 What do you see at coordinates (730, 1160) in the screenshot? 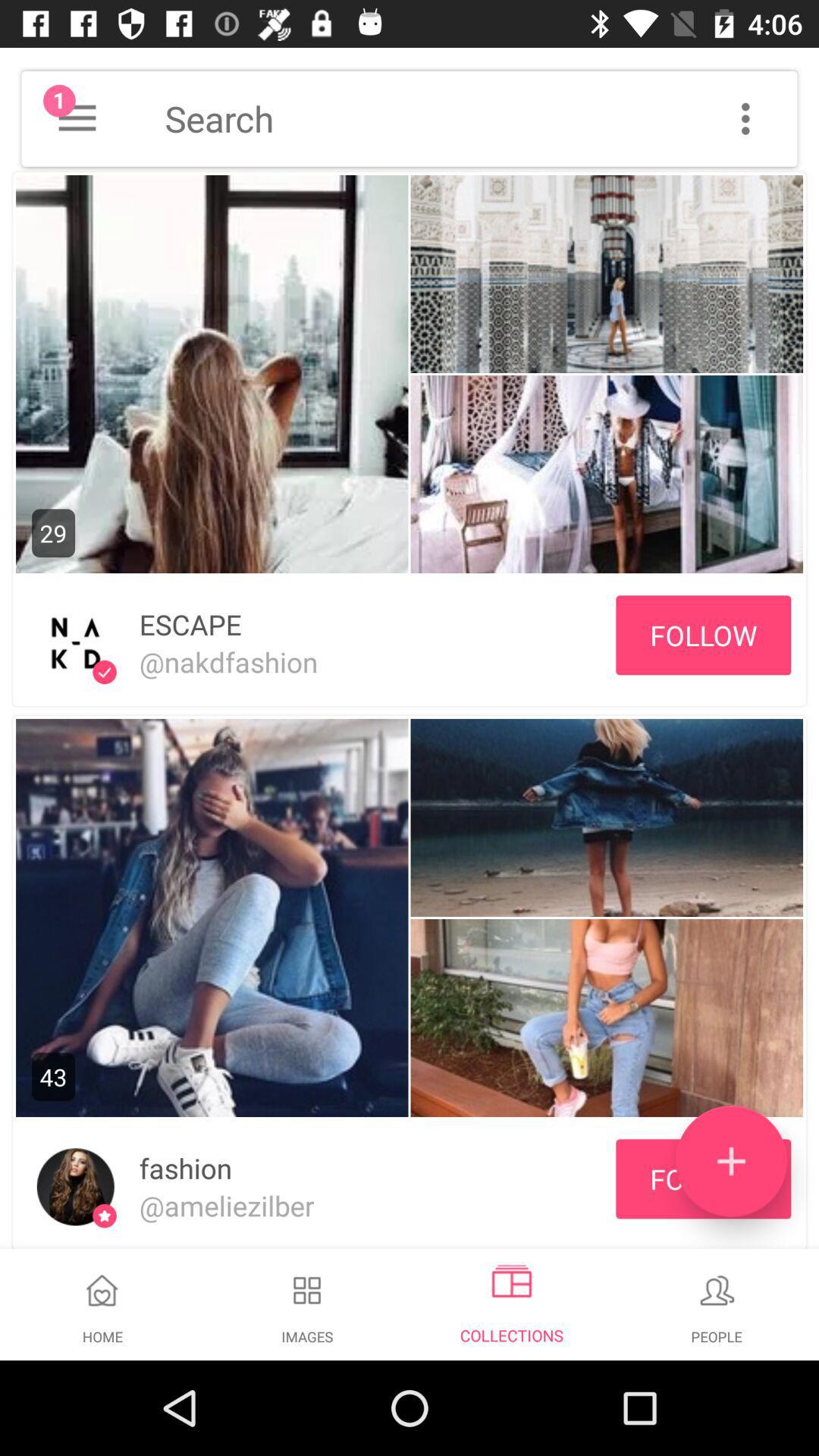
I see `post` at bounding box center [730, 1160].